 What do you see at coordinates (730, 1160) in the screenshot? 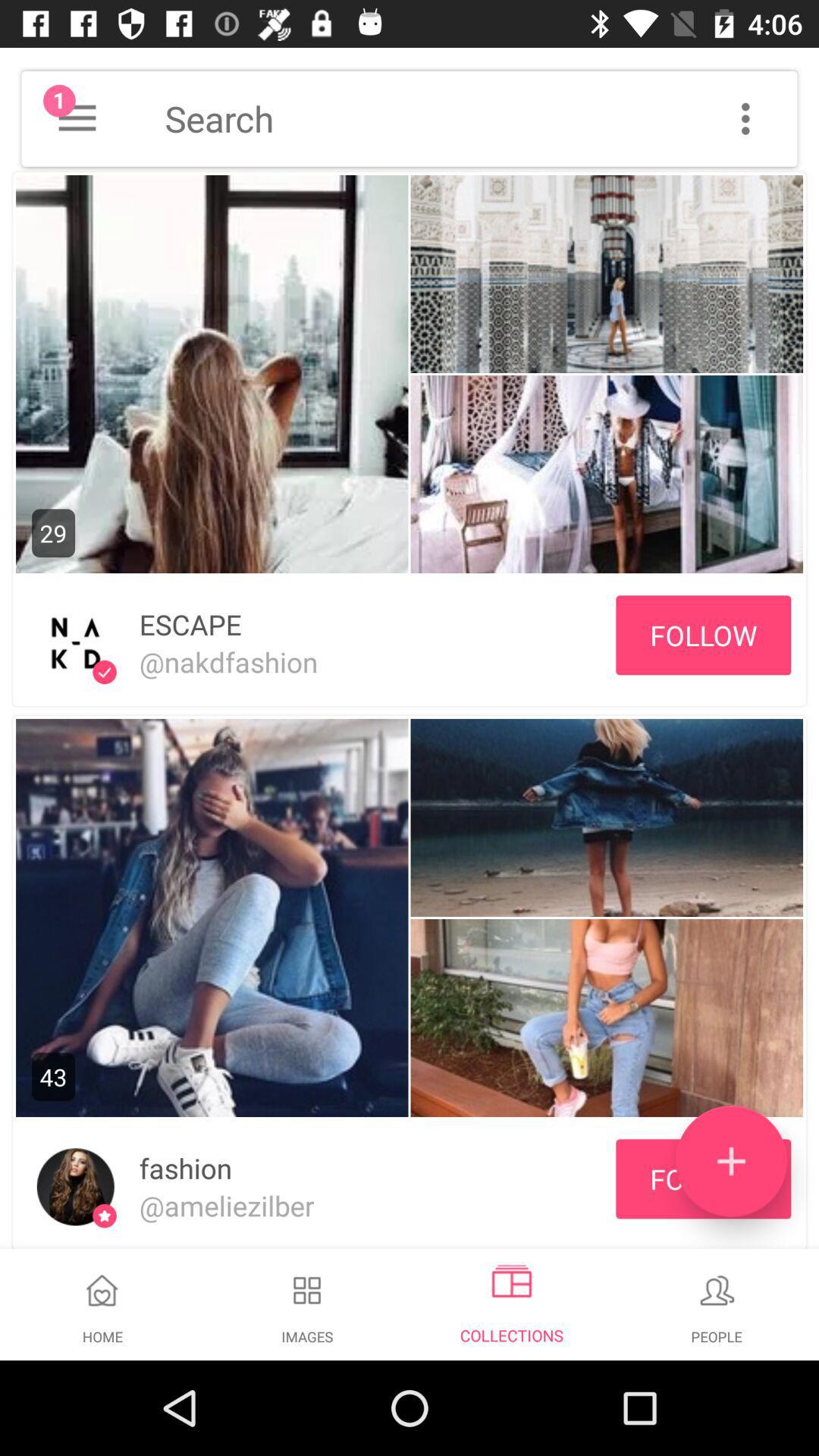
I see `post` at bounding box center [730, 1160].